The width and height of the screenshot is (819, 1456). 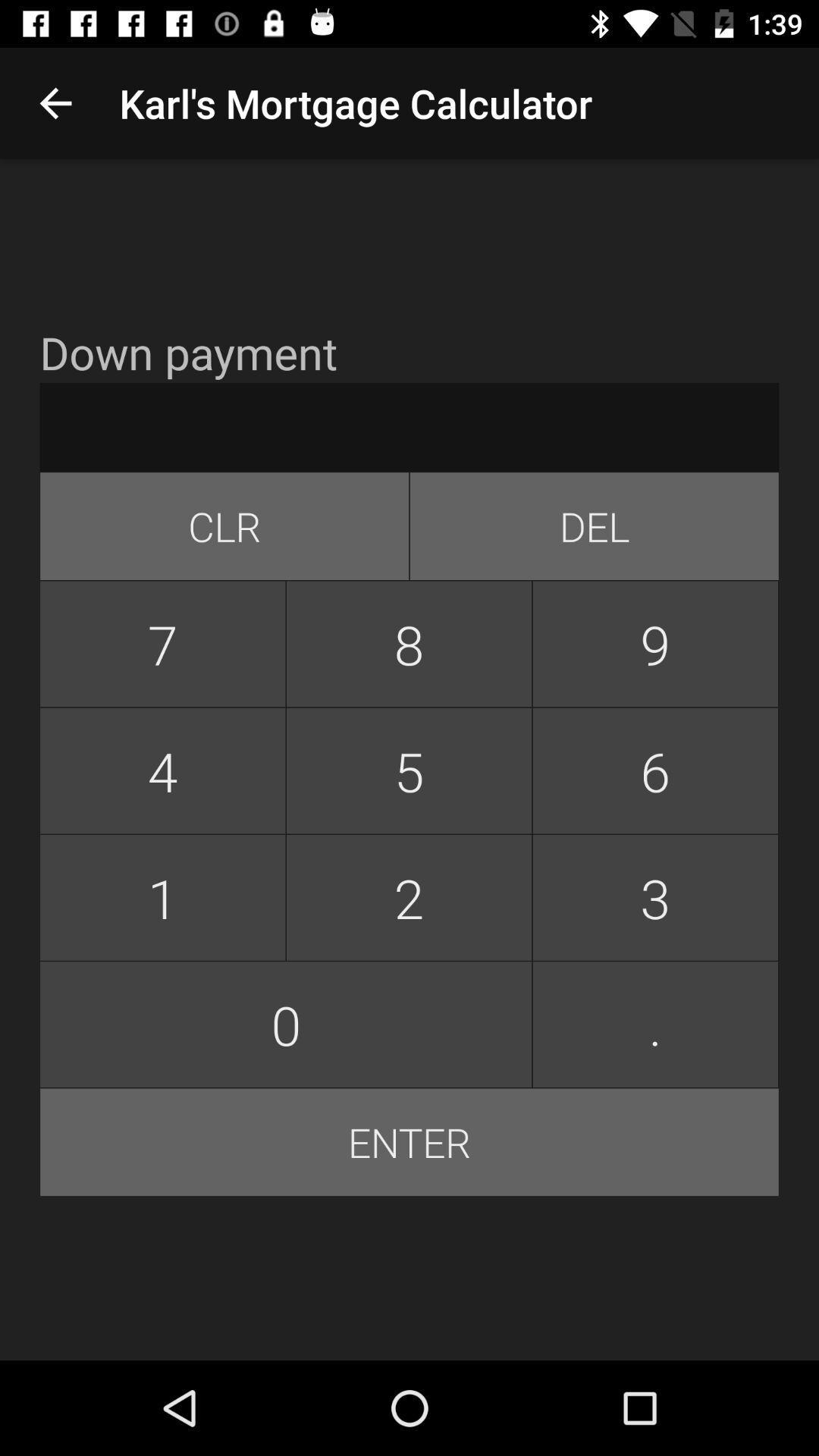 What do you see at coordinates (286, 1025) in the screenshot?
I see `0 icon` at bounding box center [286, 1025].